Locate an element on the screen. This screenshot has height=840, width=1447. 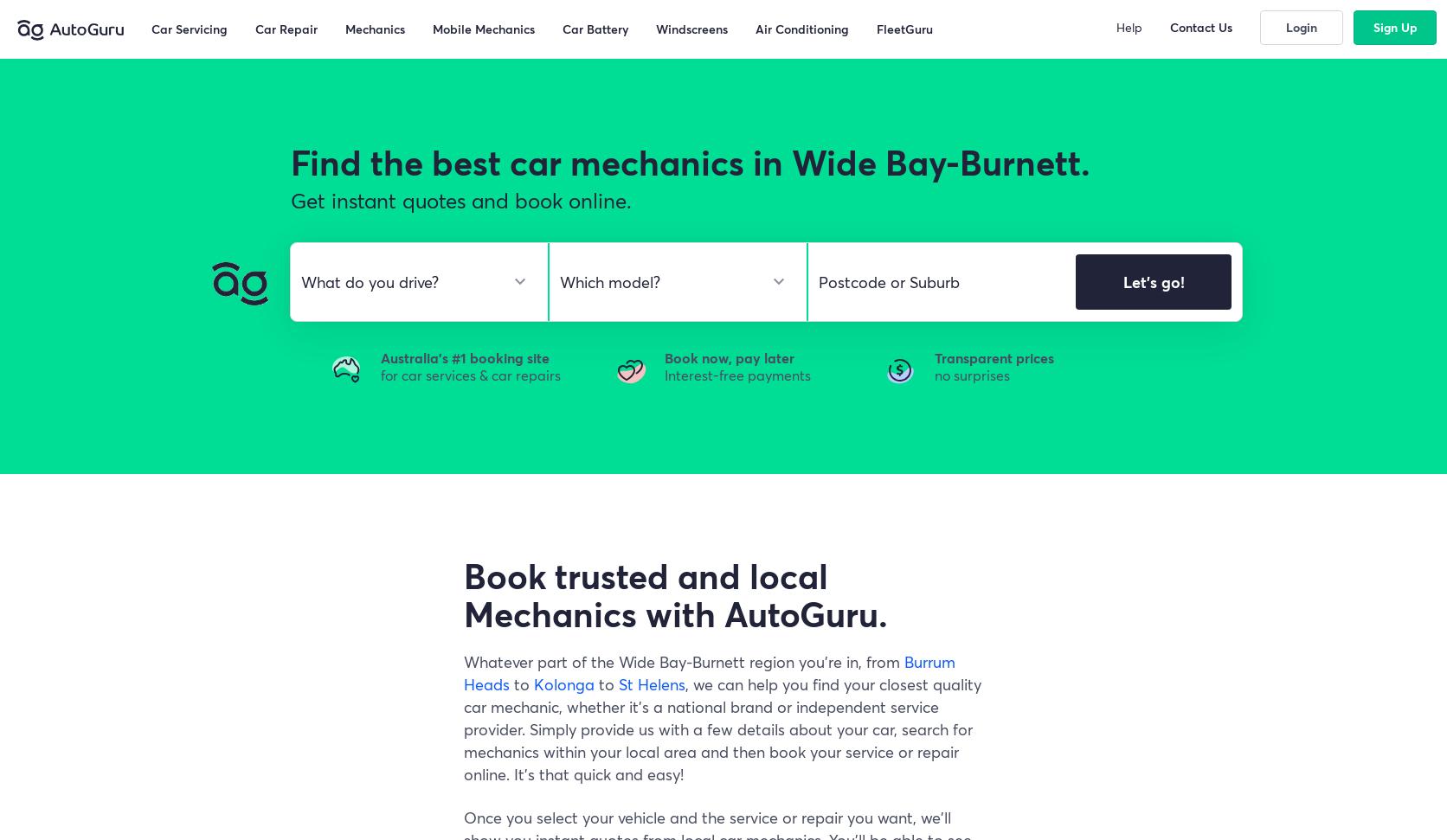
'Car Servicing' is located at coordinates (190, 28).